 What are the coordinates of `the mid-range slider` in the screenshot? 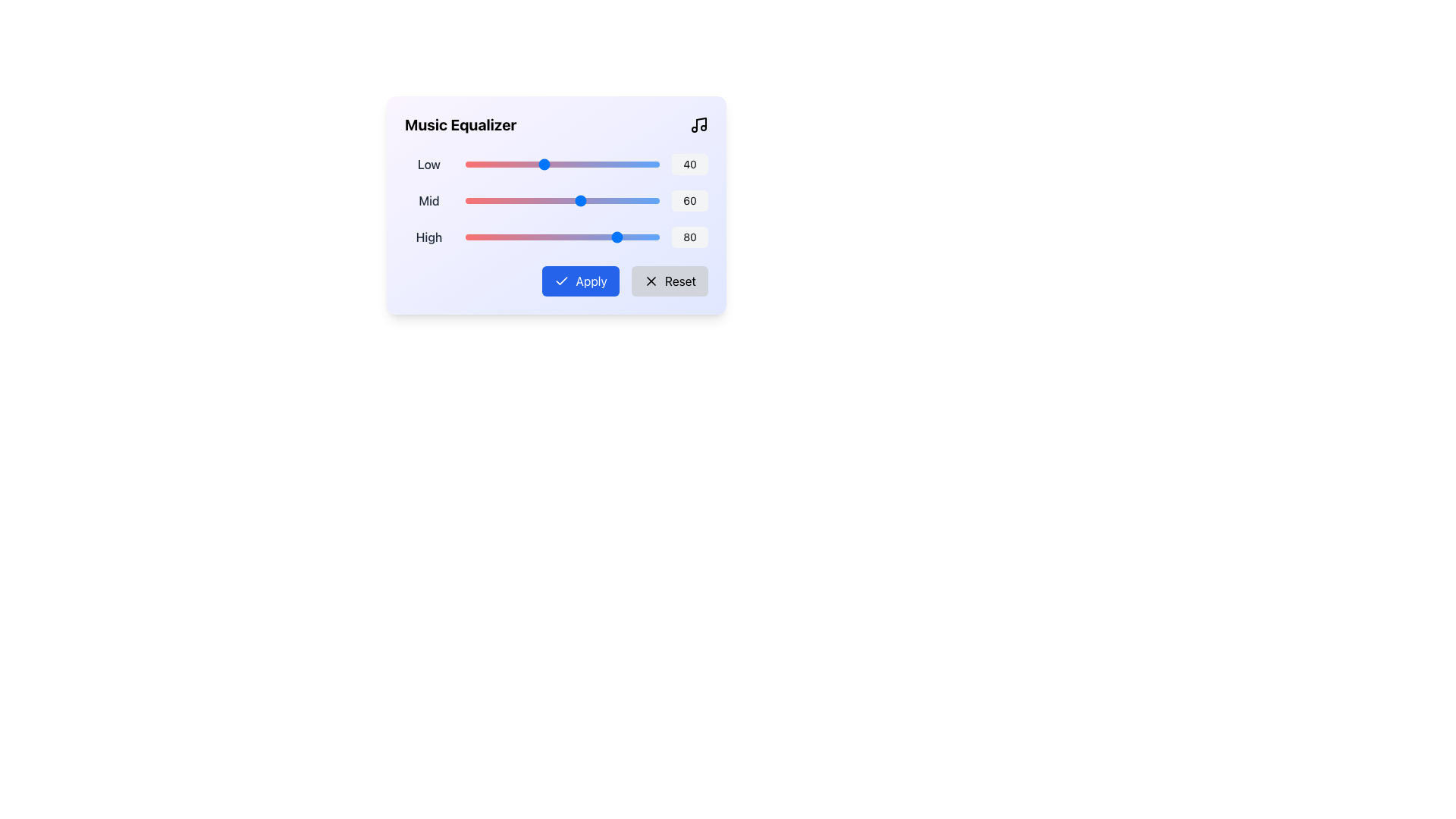 It's located at (624, 200).